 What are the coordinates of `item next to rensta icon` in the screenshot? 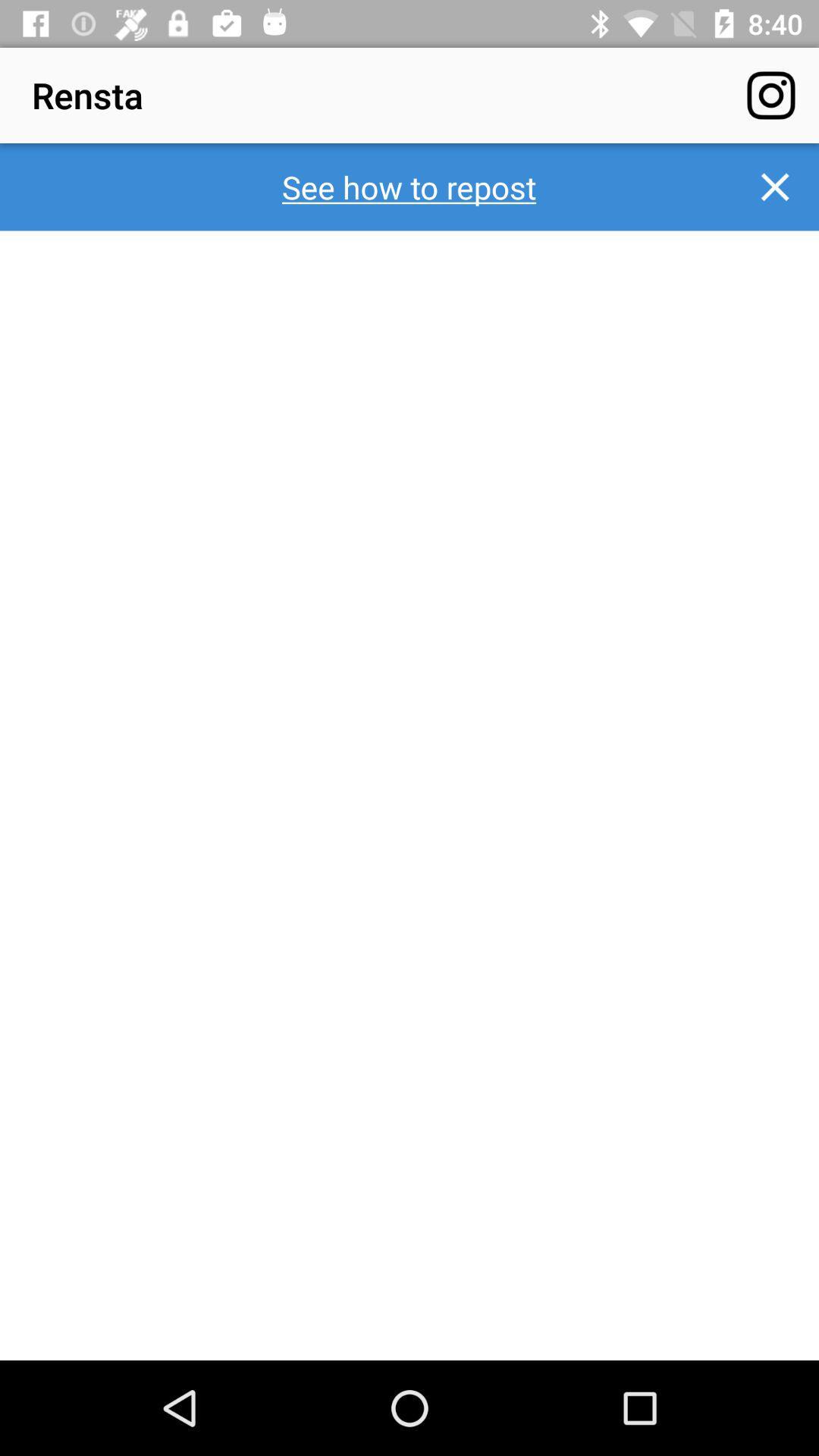 It's located at (771, 94).